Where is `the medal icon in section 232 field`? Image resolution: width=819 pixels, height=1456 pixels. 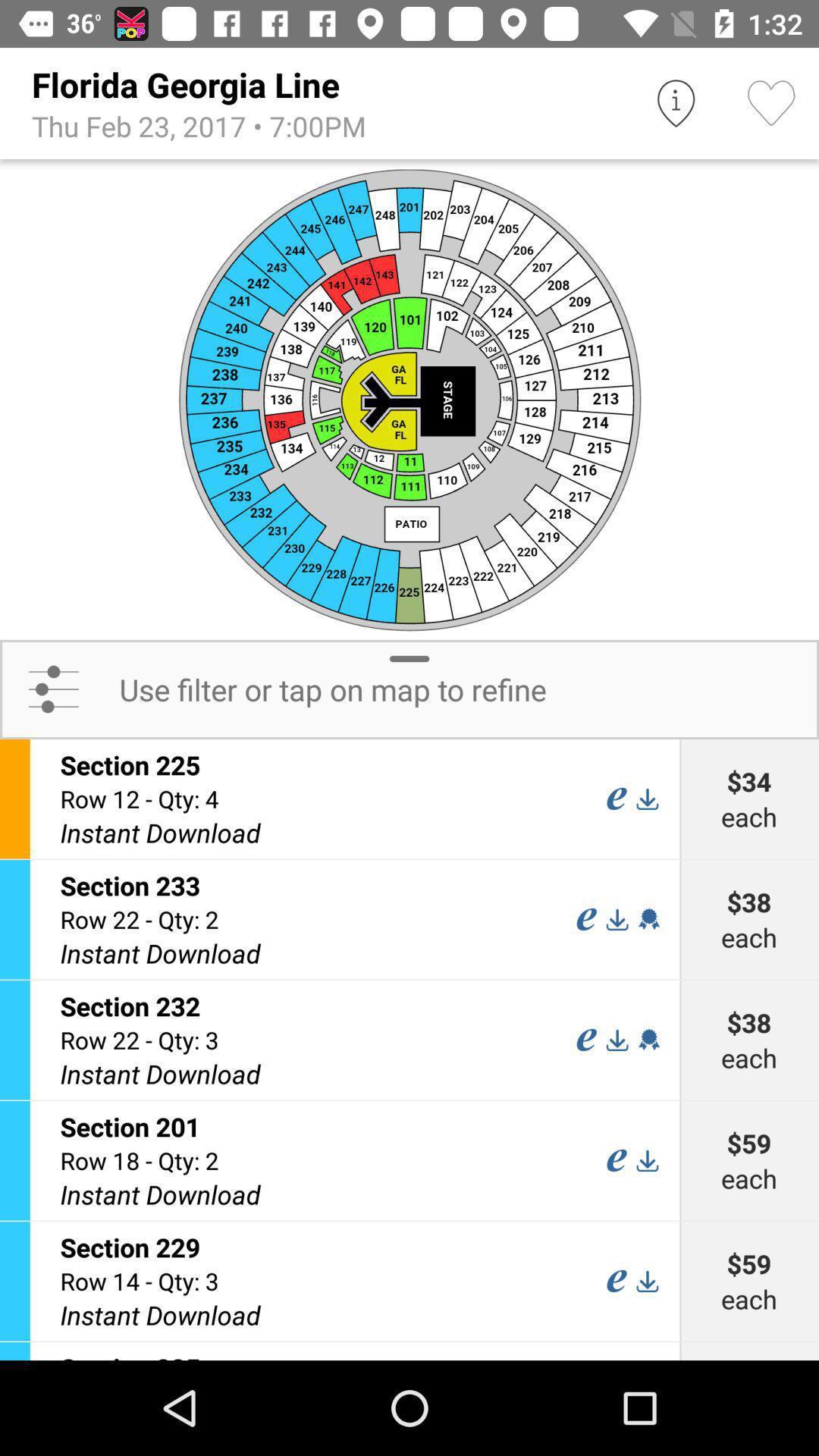
the medal icon in section 232 field is located at coordinates (648, 1039).